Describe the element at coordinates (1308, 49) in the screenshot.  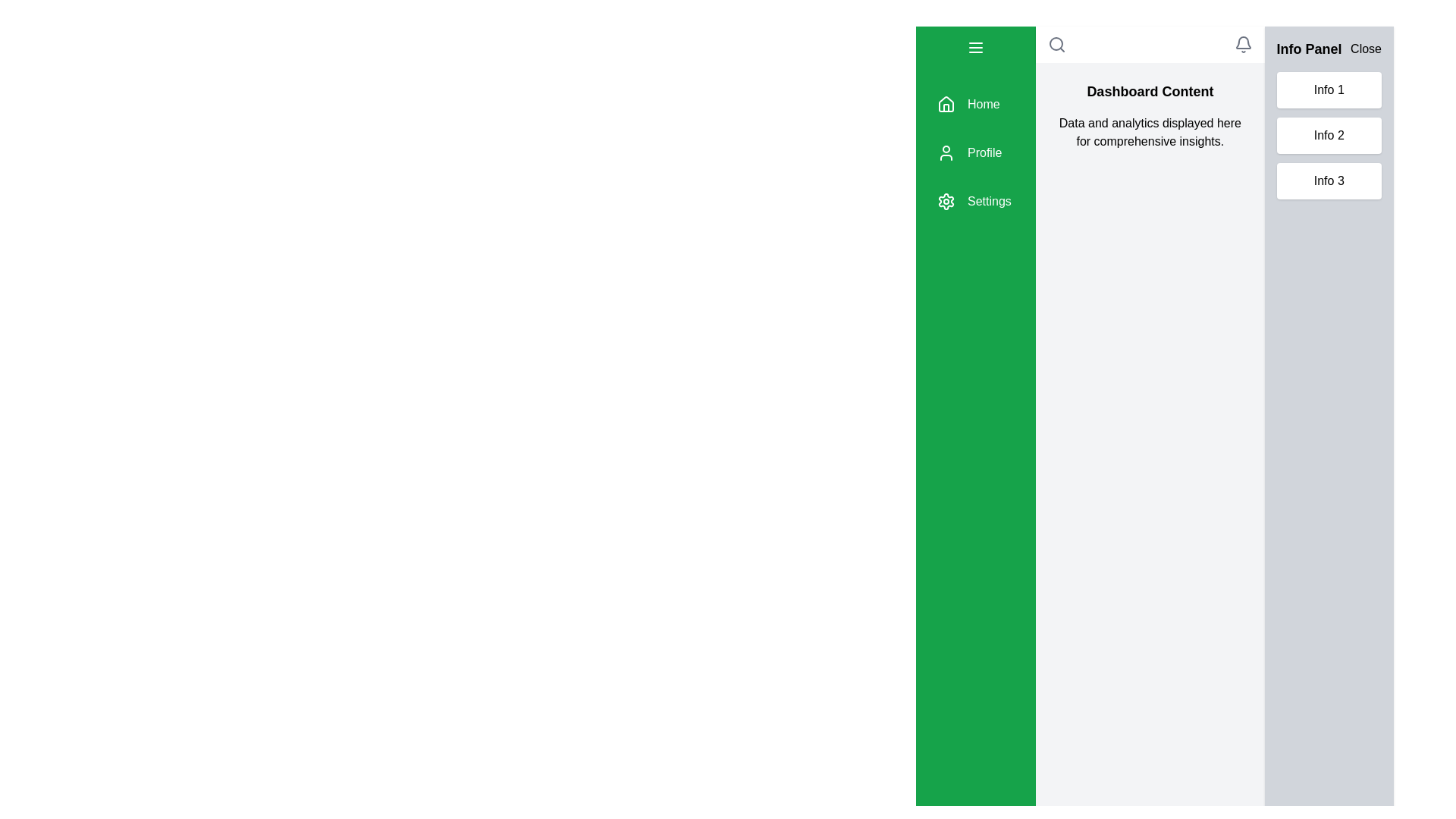
I see `the 'Info Panel' text label located at the top right of the interface, within a light grey panel` at that location.